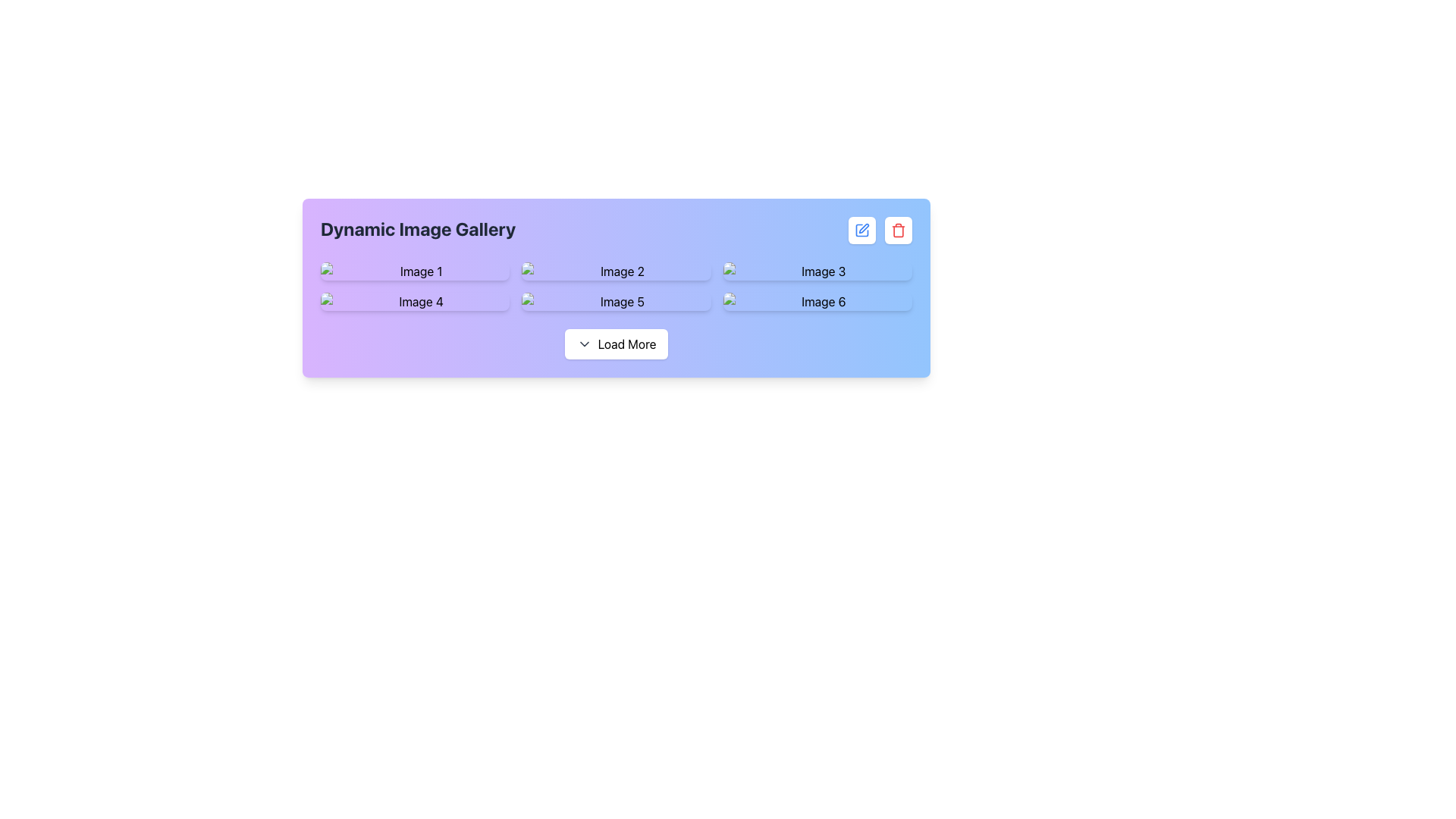 This screenshot has width=1456, height=819. I want to click on the rectangular component containing the image labeled 'Image 6' located in the second row, third column of the 'Dynamic Image Gallery' for interaction, so click(817, 301).